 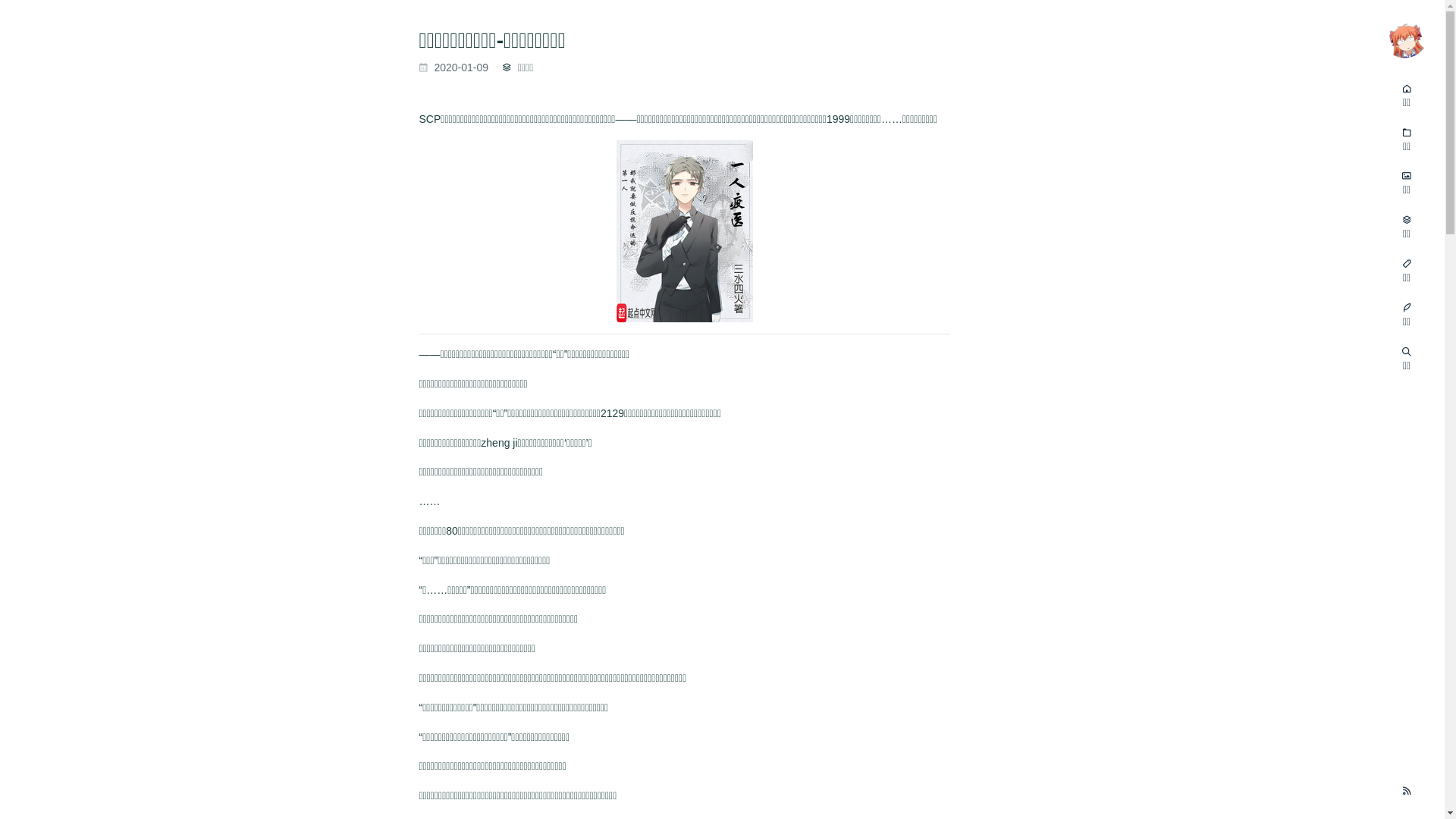 What do you see at coordinates (453, 66) in the screenshot?
I see `'2020-01-09'` at bounding box center [453, 66].